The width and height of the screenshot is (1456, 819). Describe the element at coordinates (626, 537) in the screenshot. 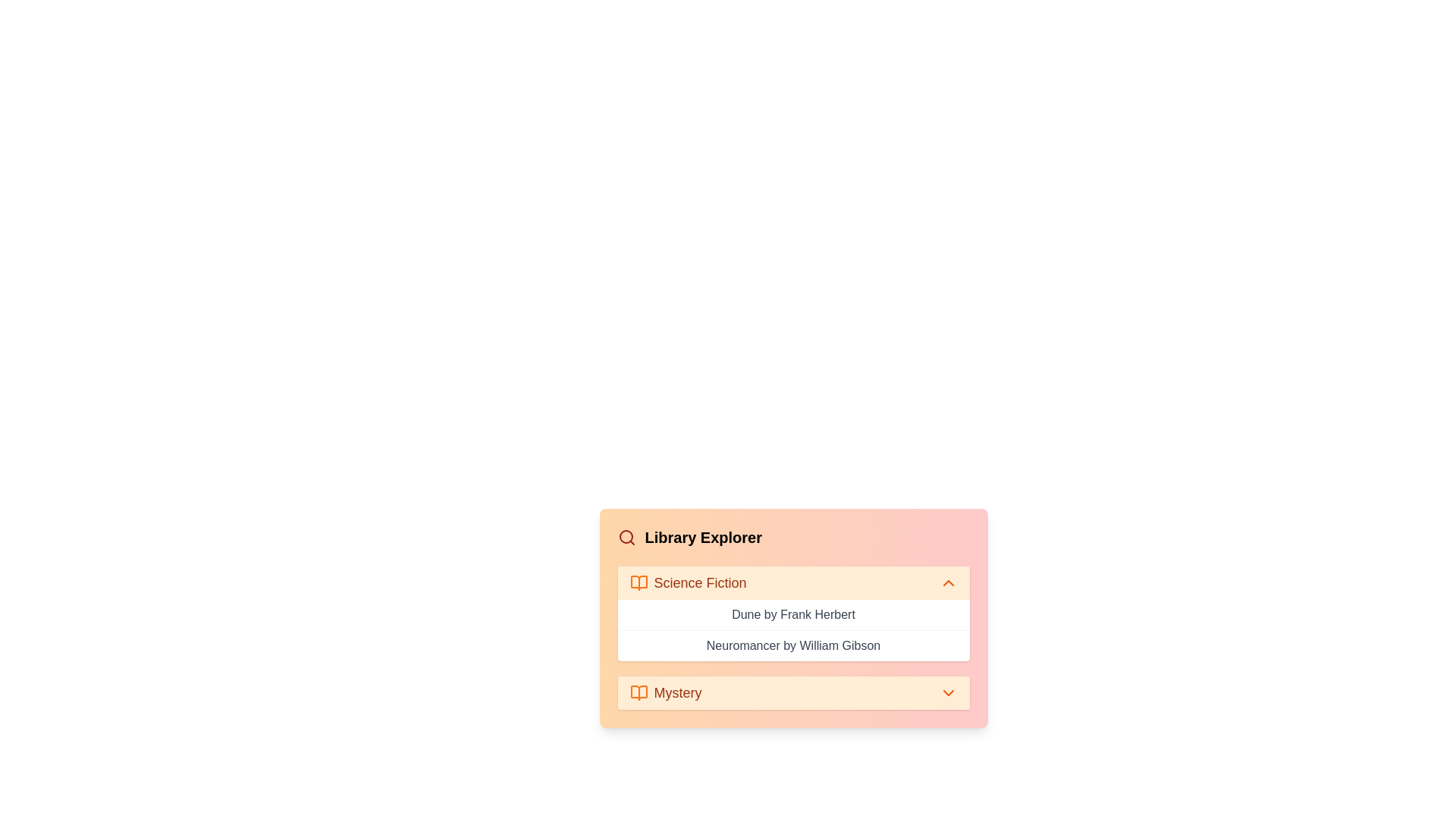

I see `the search icon to activate the search functionality` at that location.